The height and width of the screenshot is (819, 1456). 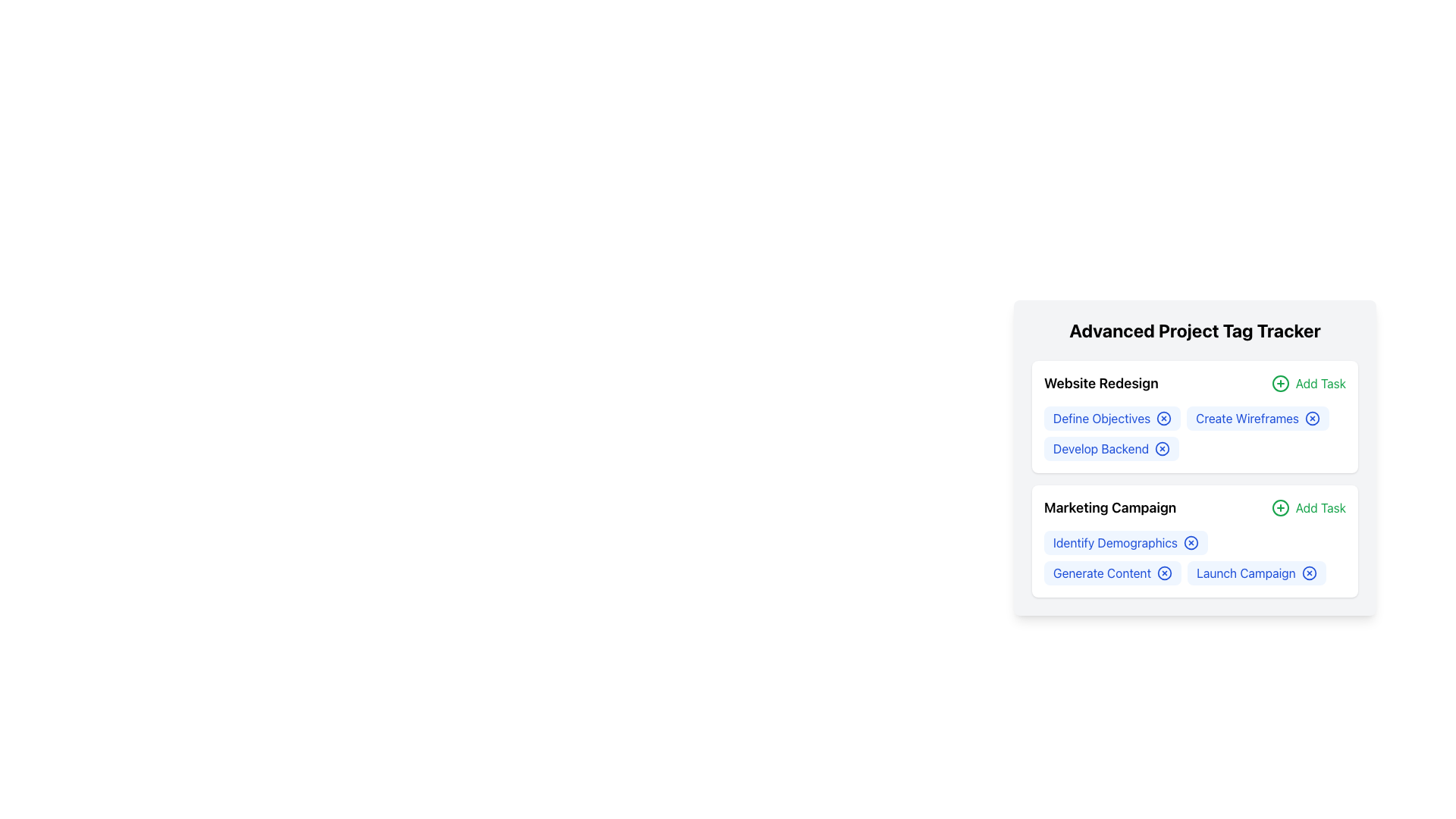 I want to click on the close or delete button icon located immediately to the right of the 'Generate Content' text in the 'Marketing Campaign' section, so click(x=1164, y=573).